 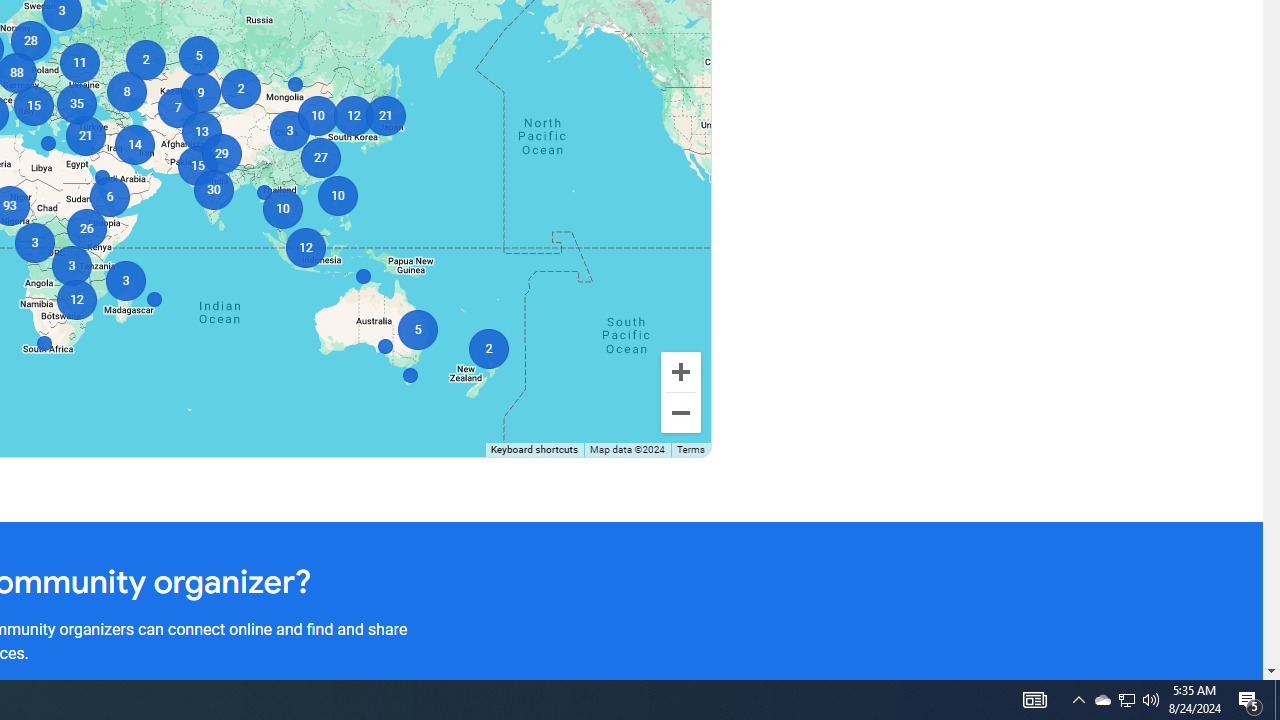 What do you see at coordinates (320, 157) in the screenshot?
I see `'27'` at bounding box center [320, 157].